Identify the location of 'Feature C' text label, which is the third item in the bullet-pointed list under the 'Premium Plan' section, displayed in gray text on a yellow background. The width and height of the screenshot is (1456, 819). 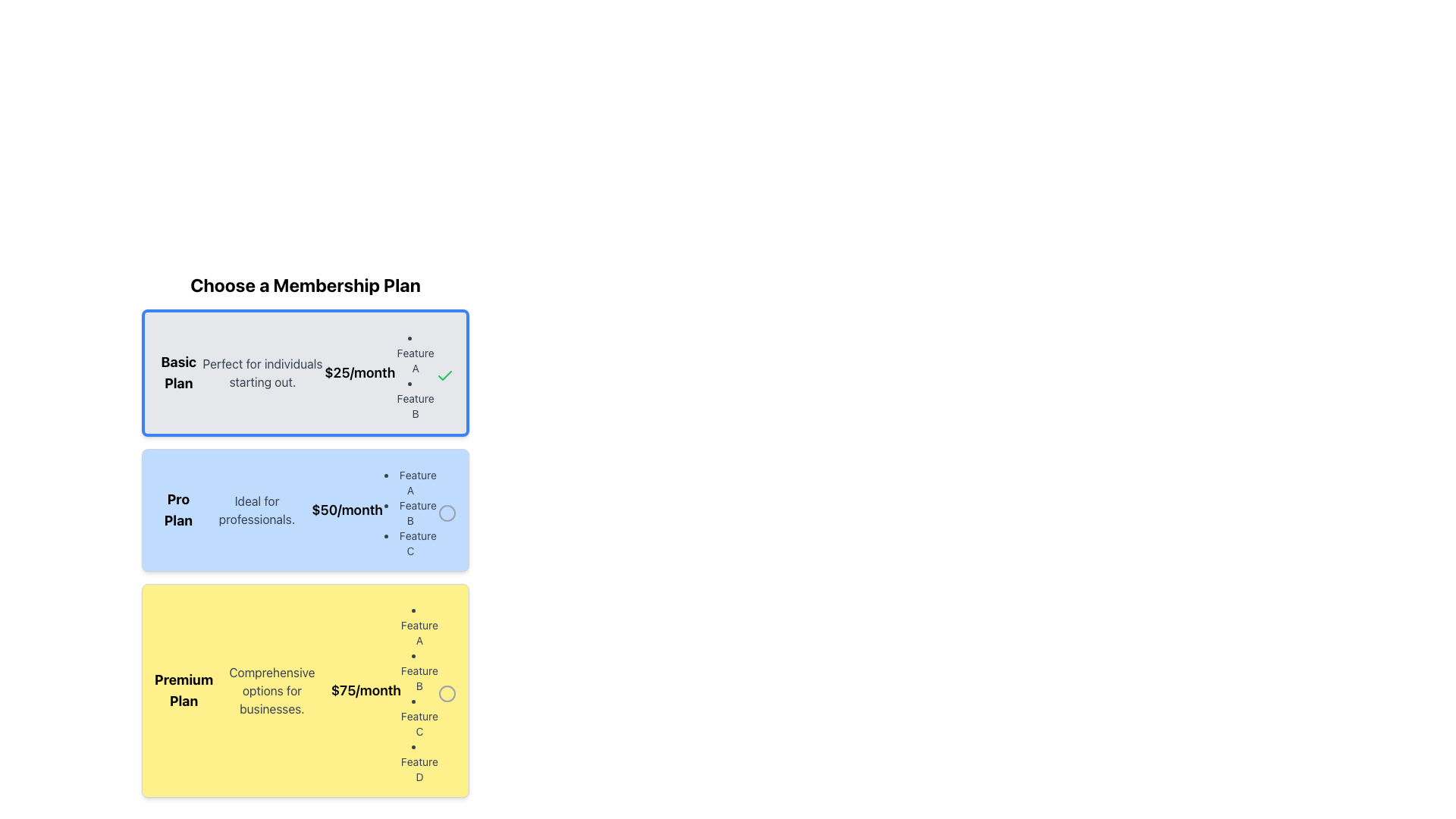
(419, 717).